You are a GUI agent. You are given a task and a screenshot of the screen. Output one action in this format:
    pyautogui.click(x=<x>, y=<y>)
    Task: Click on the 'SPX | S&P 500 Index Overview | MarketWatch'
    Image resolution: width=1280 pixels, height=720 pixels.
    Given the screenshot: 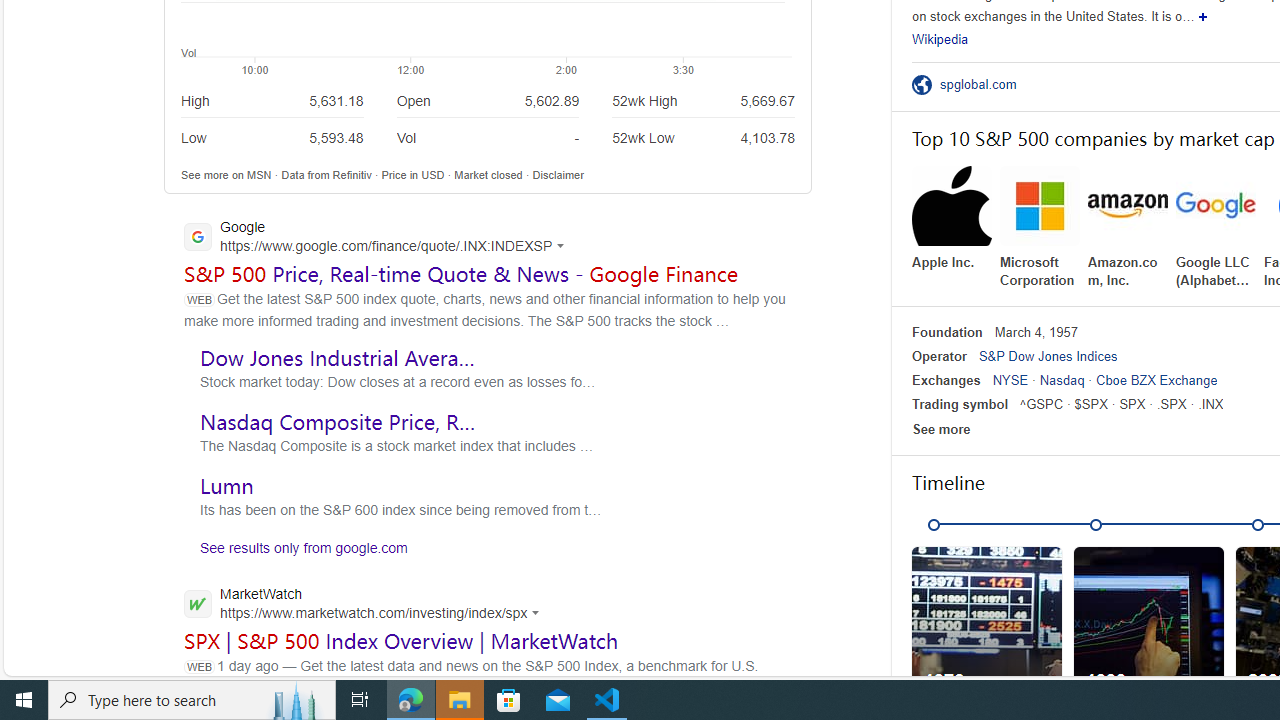 What is the action you would take?
    pyautogui.click(x=400, y=640)
    